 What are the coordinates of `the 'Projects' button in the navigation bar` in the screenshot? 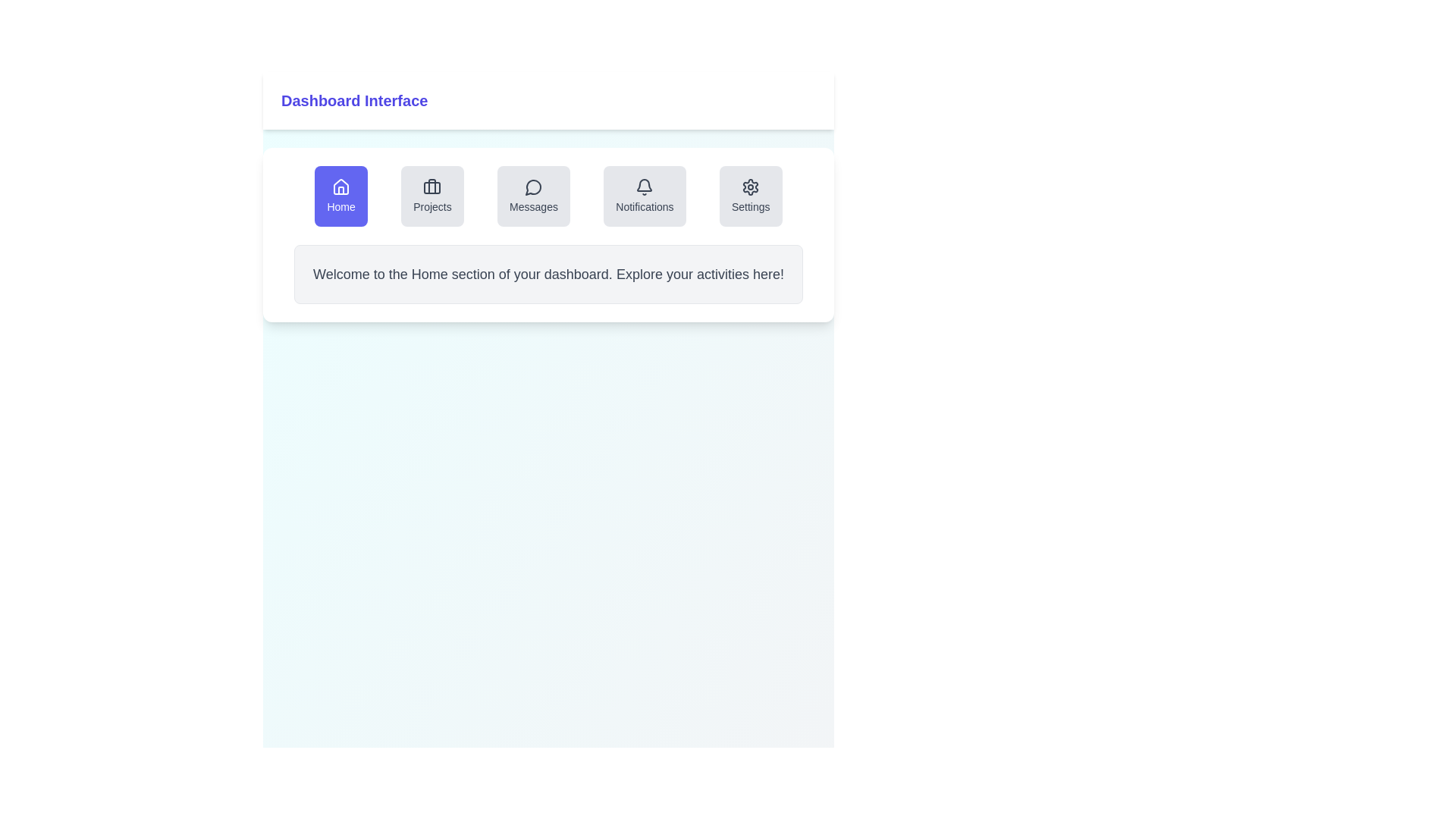 It's located at (431, 207).